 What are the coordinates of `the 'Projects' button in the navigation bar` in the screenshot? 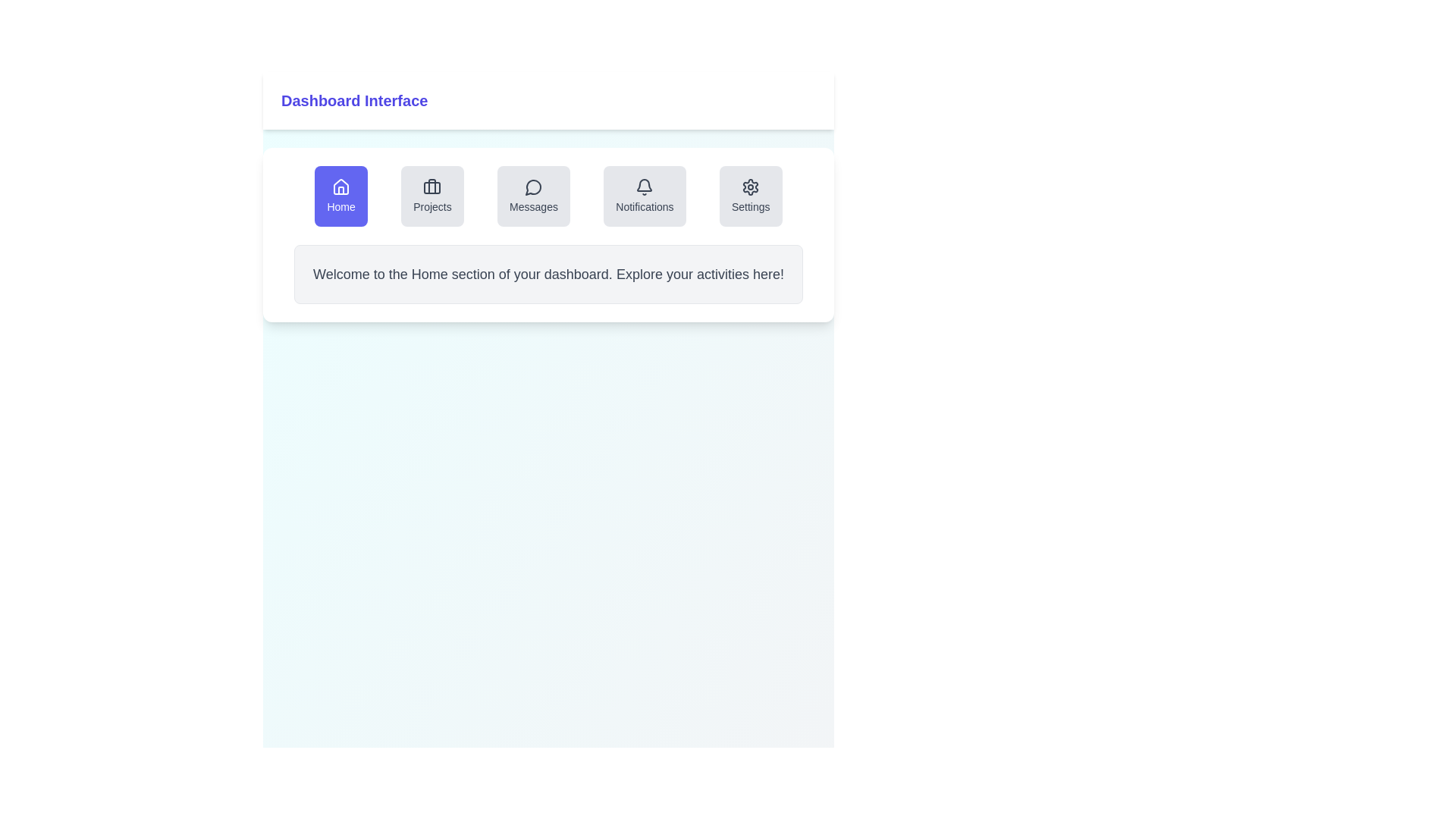 It's located at (431, 207).